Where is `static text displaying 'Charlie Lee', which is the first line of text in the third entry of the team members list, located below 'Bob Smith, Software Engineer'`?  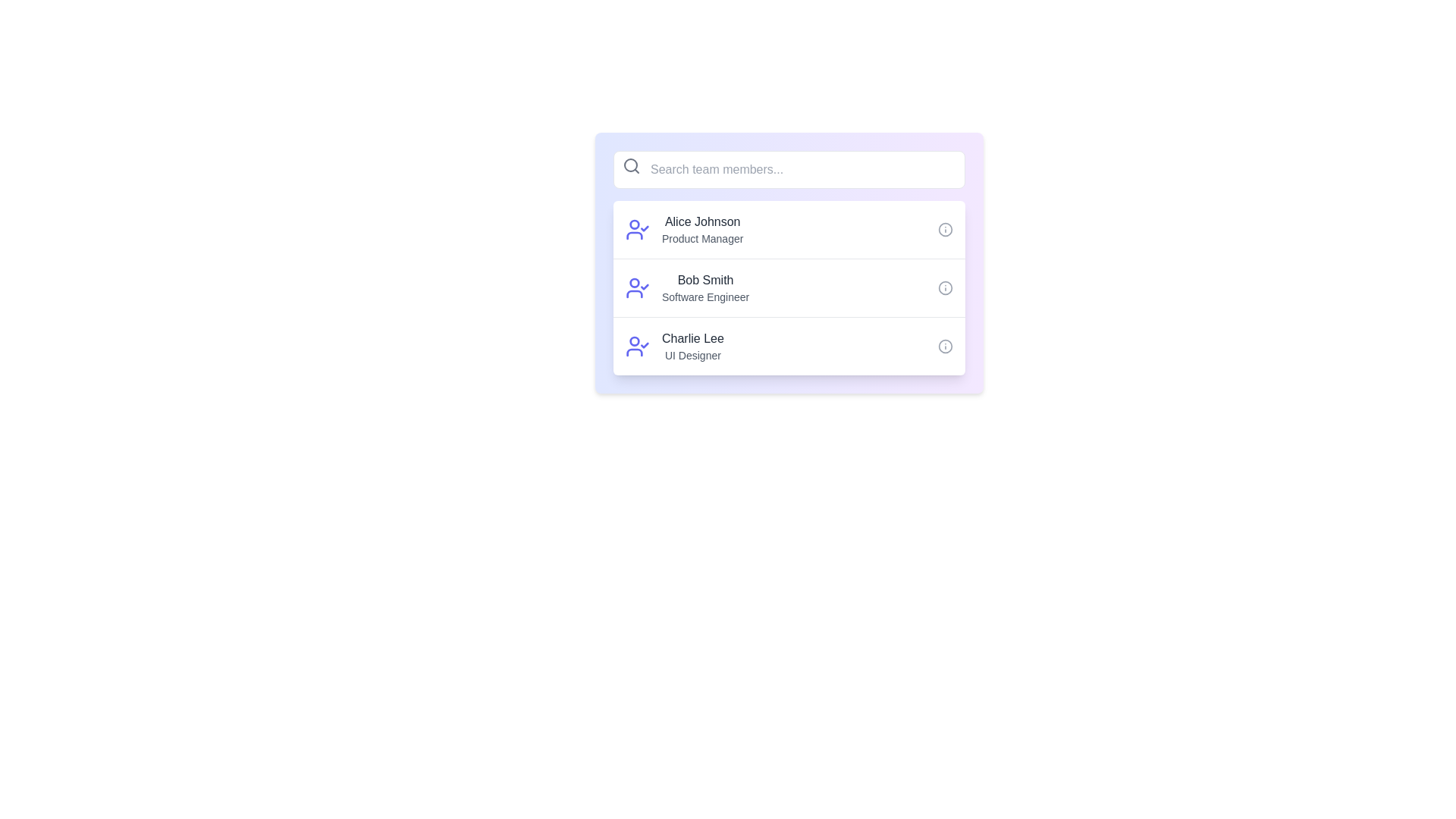
static text displaying 'Charlie Lee', which is the first line of text in the third entry of the team members list, located below 'Bob Smith, Software Engineer' is located at coordinates (692, 338).